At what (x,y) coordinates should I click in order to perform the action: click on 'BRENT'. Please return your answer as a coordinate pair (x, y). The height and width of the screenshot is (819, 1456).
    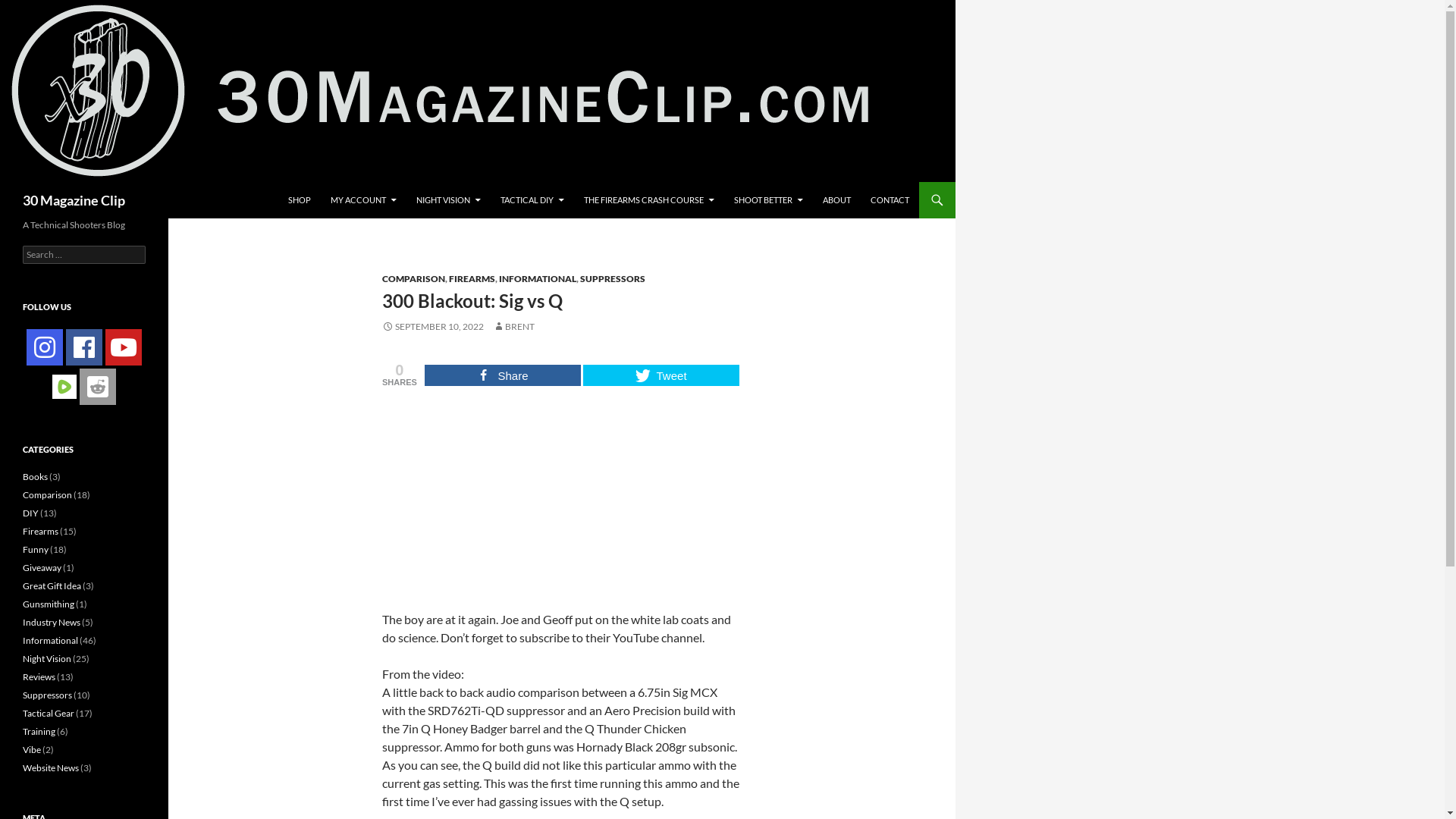
    Looking at the image, I should click on (513, 325).